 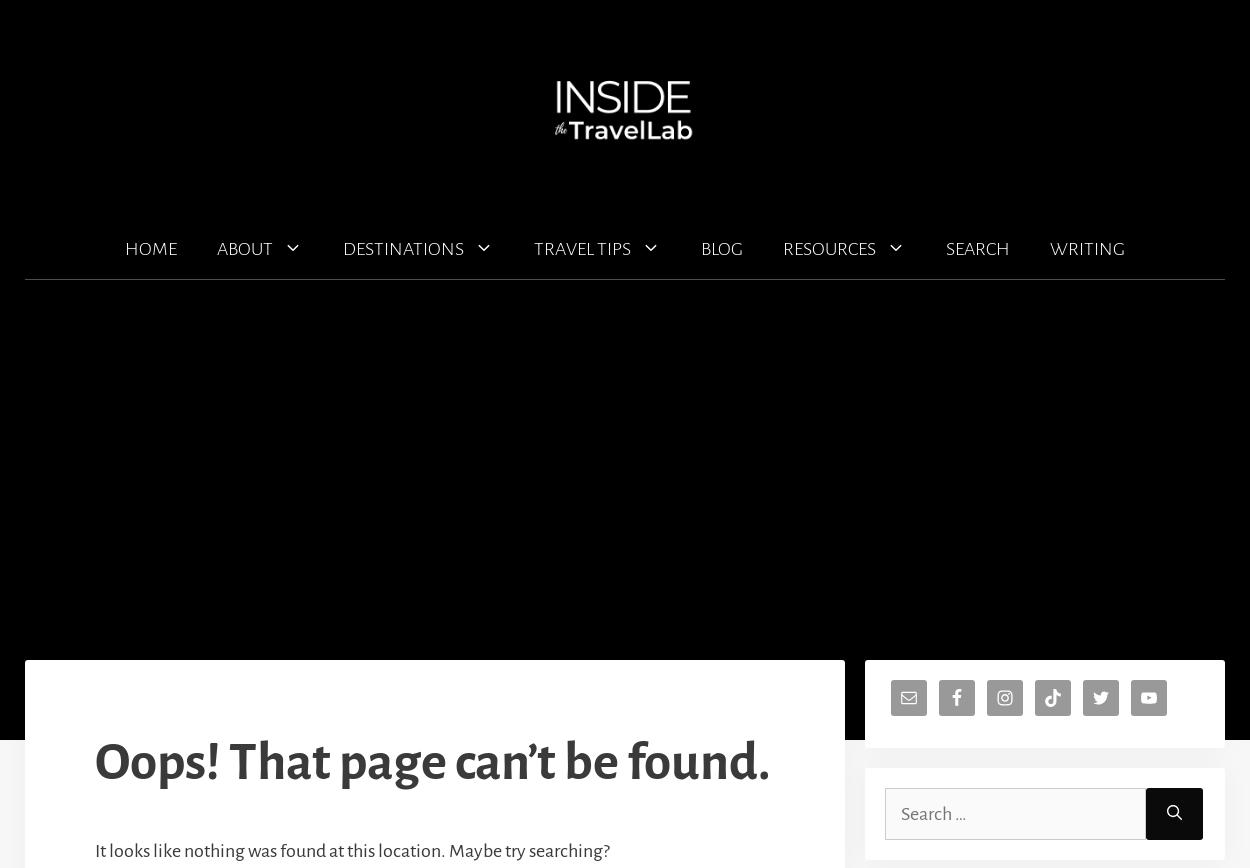 I want to click on 'ABOUT', so click(x=244, y=249).